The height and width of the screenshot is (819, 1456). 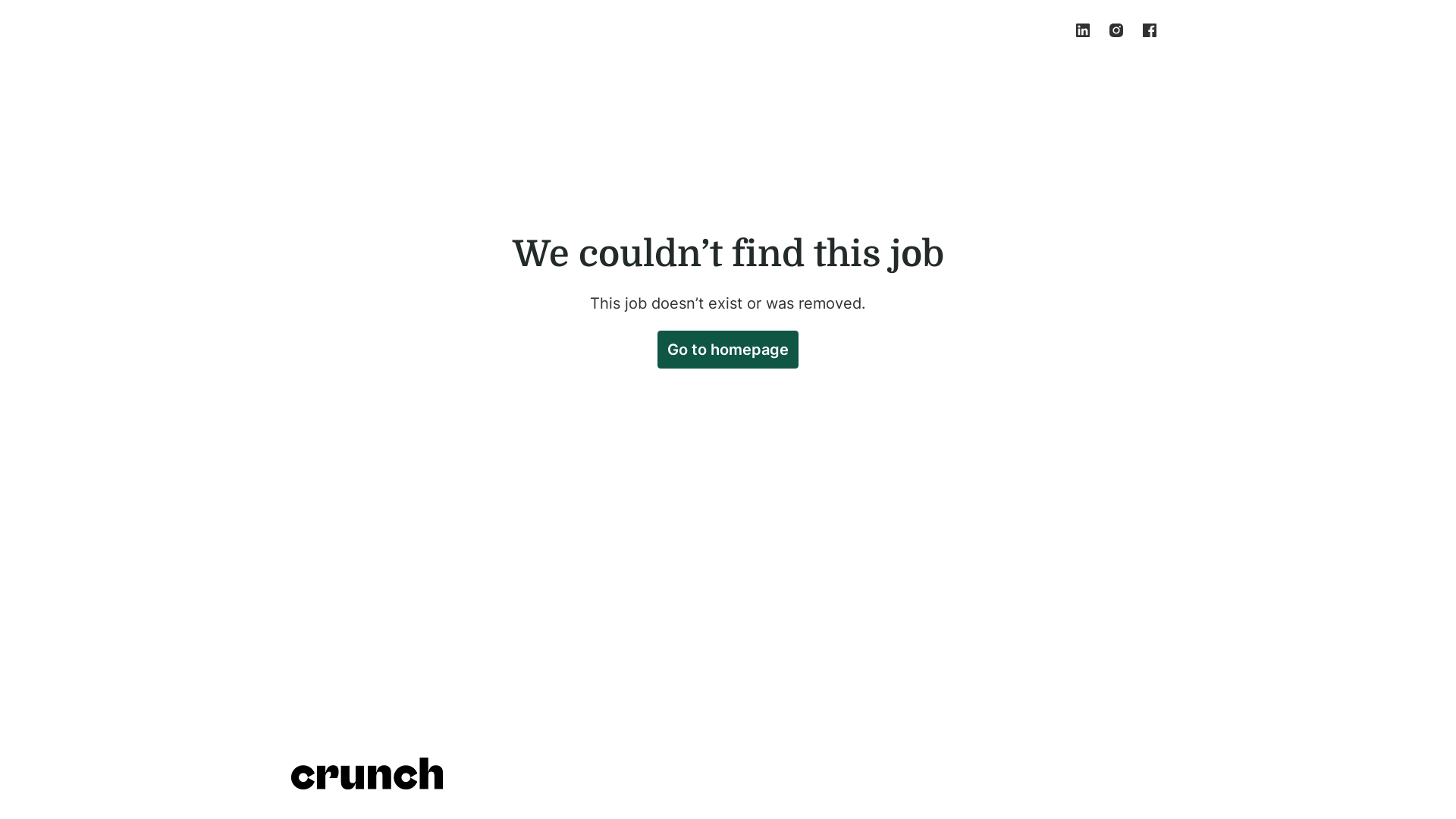 I want to click on 'facebook', so click(x=1150, y=30).